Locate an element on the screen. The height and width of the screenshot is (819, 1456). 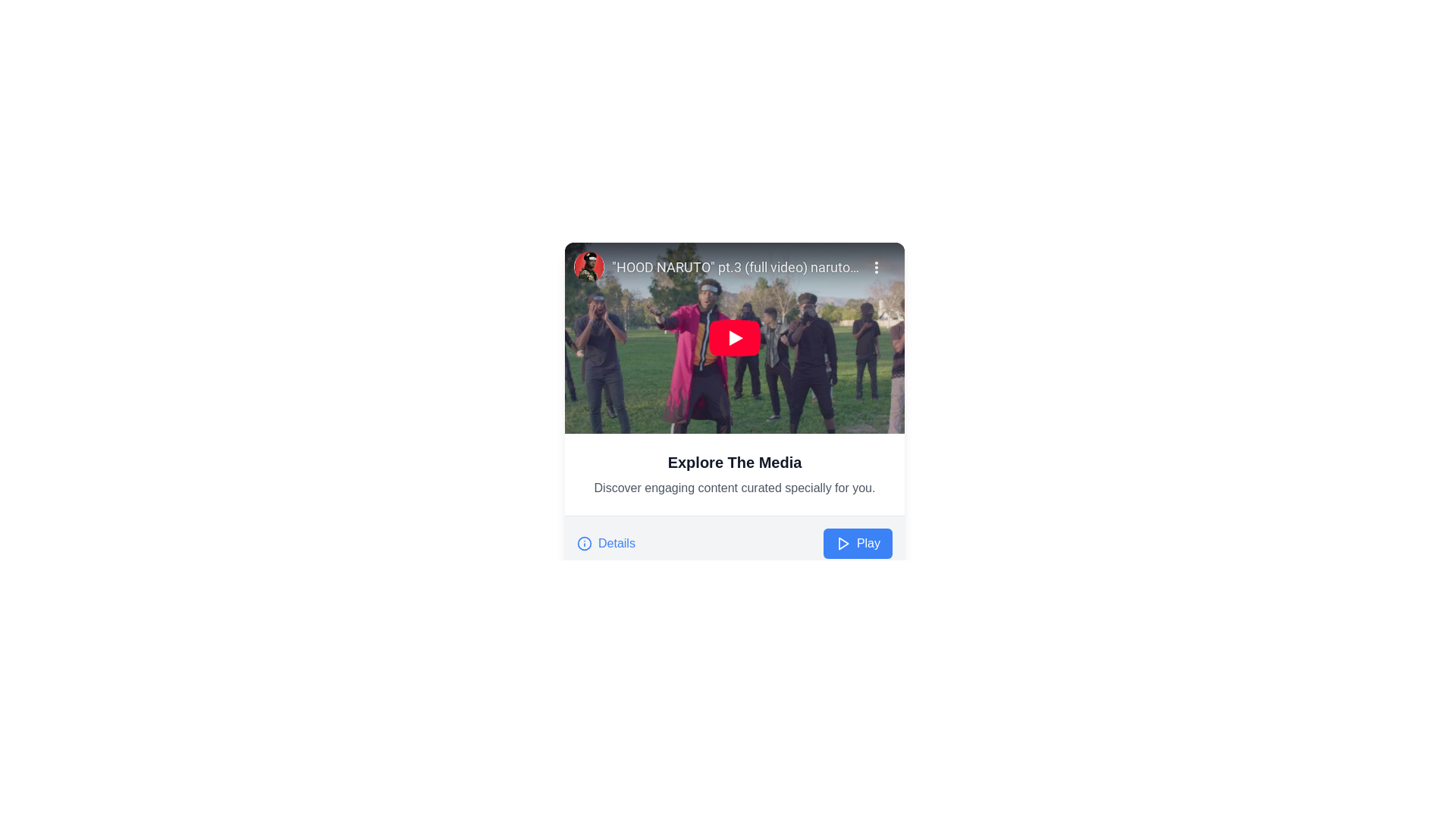
the 'Details' text link with the information icon is located at coordinates (605, 543).